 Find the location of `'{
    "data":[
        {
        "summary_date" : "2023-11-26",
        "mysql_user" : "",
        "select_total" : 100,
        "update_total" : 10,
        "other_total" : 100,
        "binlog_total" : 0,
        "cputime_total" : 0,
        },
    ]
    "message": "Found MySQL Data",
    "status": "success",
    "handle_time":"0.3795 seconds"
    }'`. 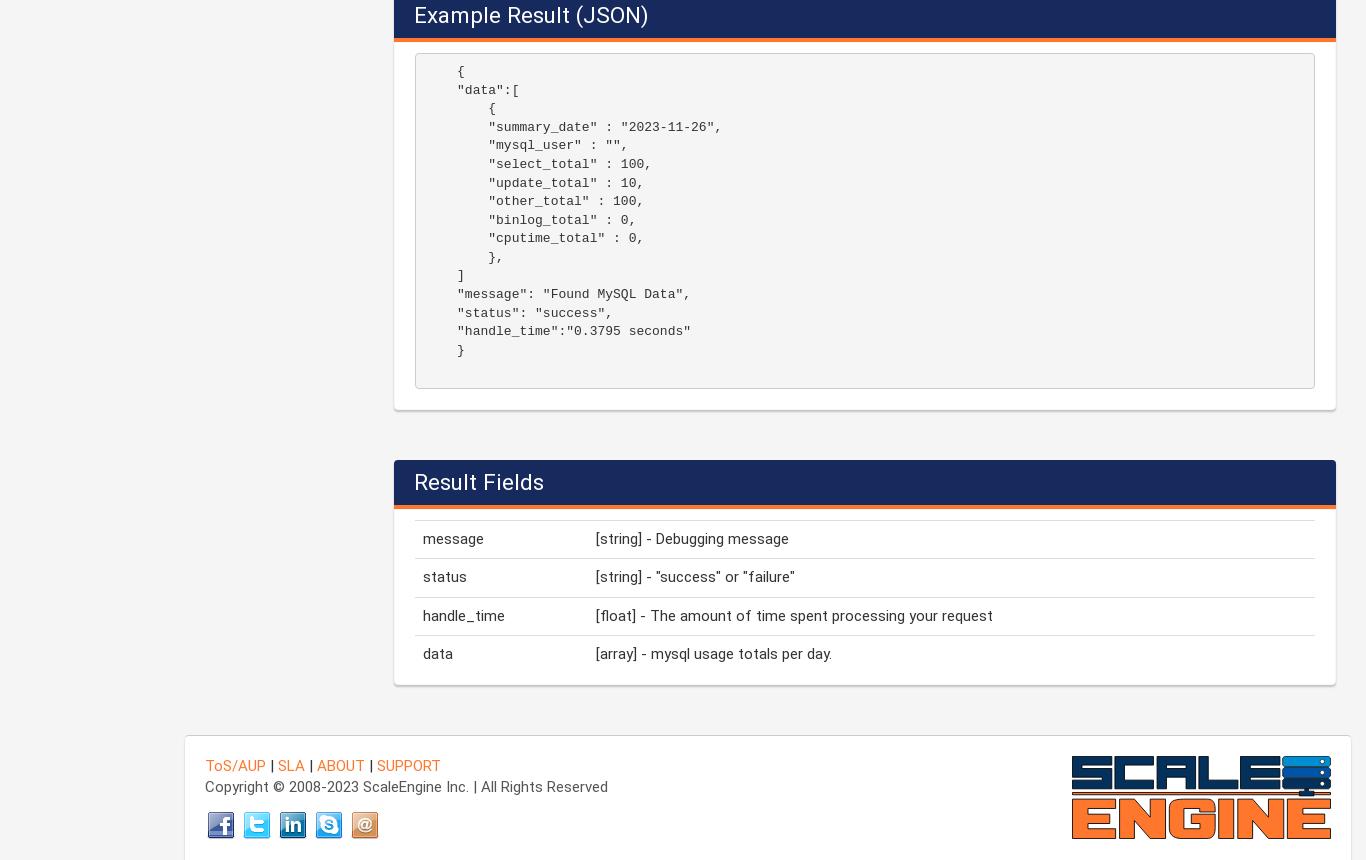

'{
    "data":[
        {
        "summary_date" : "2023-11-26",
        "mysql_user" : "",
        "select_total" : 100,
        "update_total" : 10,
        "other_total" : 100,
        "binlog_total" : 0,
        "cputime_total" : 0,
        },
    ]
    "message": "Found MySQL Data",
    "status": "success",
    "handle_time":"0.3795 seconds"
    }' is located at coordinates (572, 219).